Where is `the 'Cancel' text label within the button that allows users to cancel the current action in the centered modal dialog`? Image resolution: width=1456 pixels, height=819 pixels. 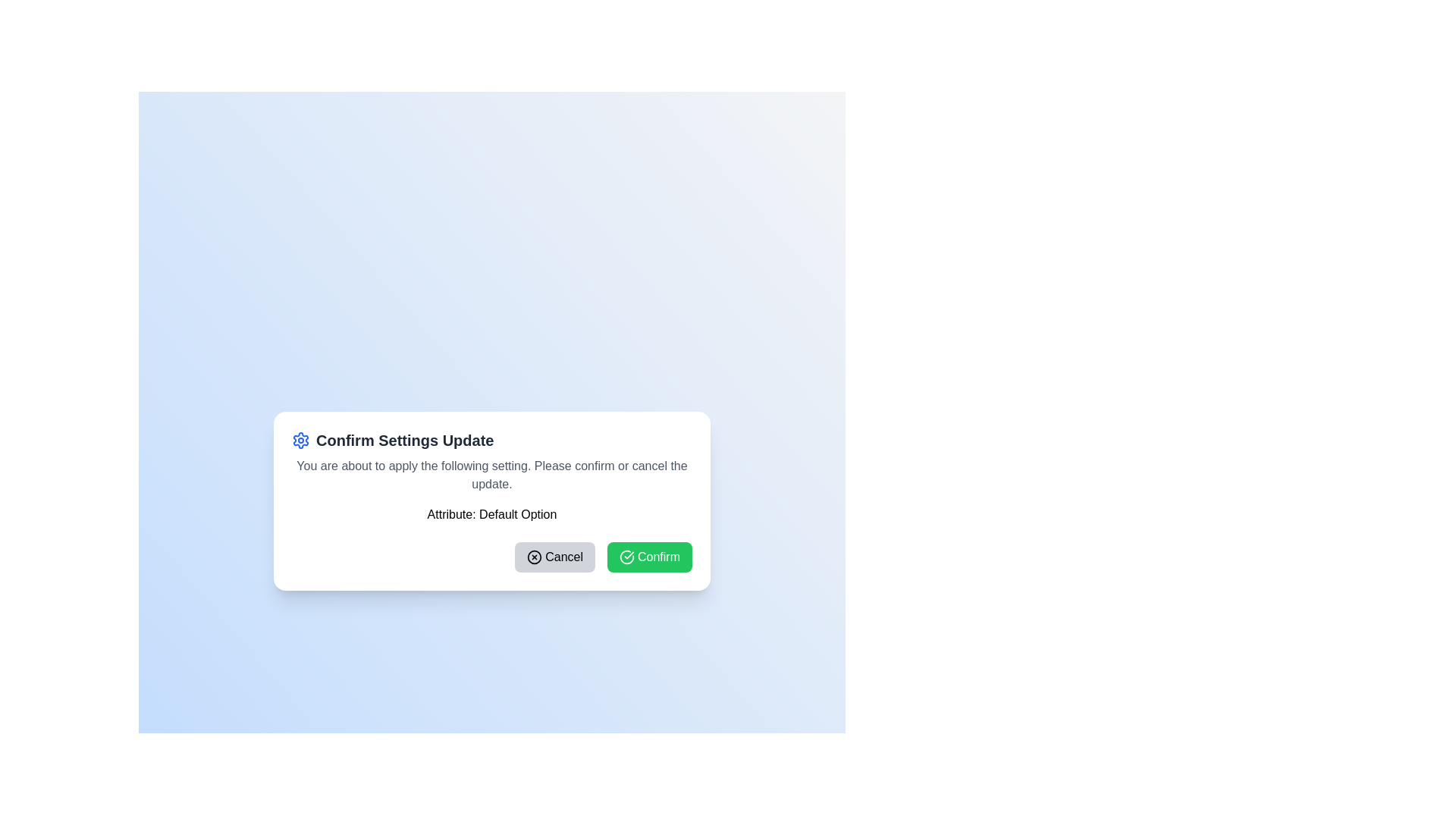 the 'Cancel' text label within the button that allows users to cancel the current action in the centered modal dialog is located at coordinates (563, 557).